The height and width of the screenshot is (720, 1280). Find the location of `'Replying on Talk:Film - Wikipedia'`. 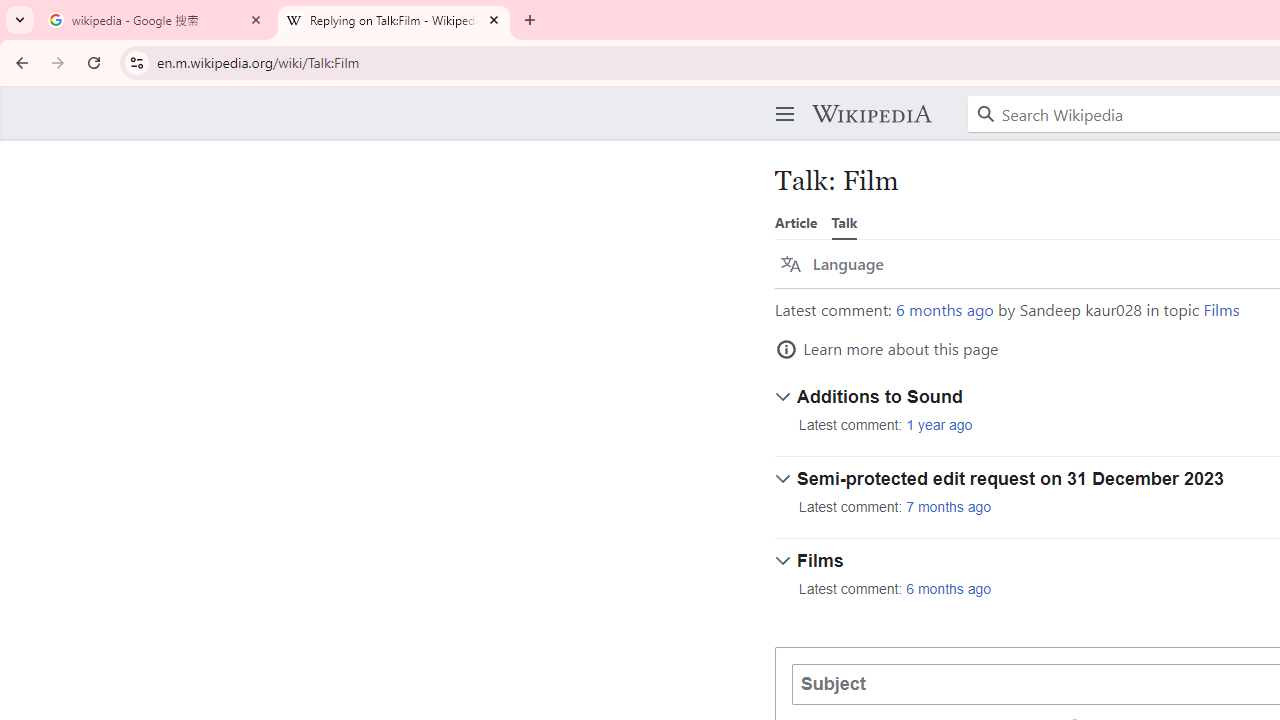

'Replying on Talk:Film - Wikipedia' is located at coordinates (394, 20).